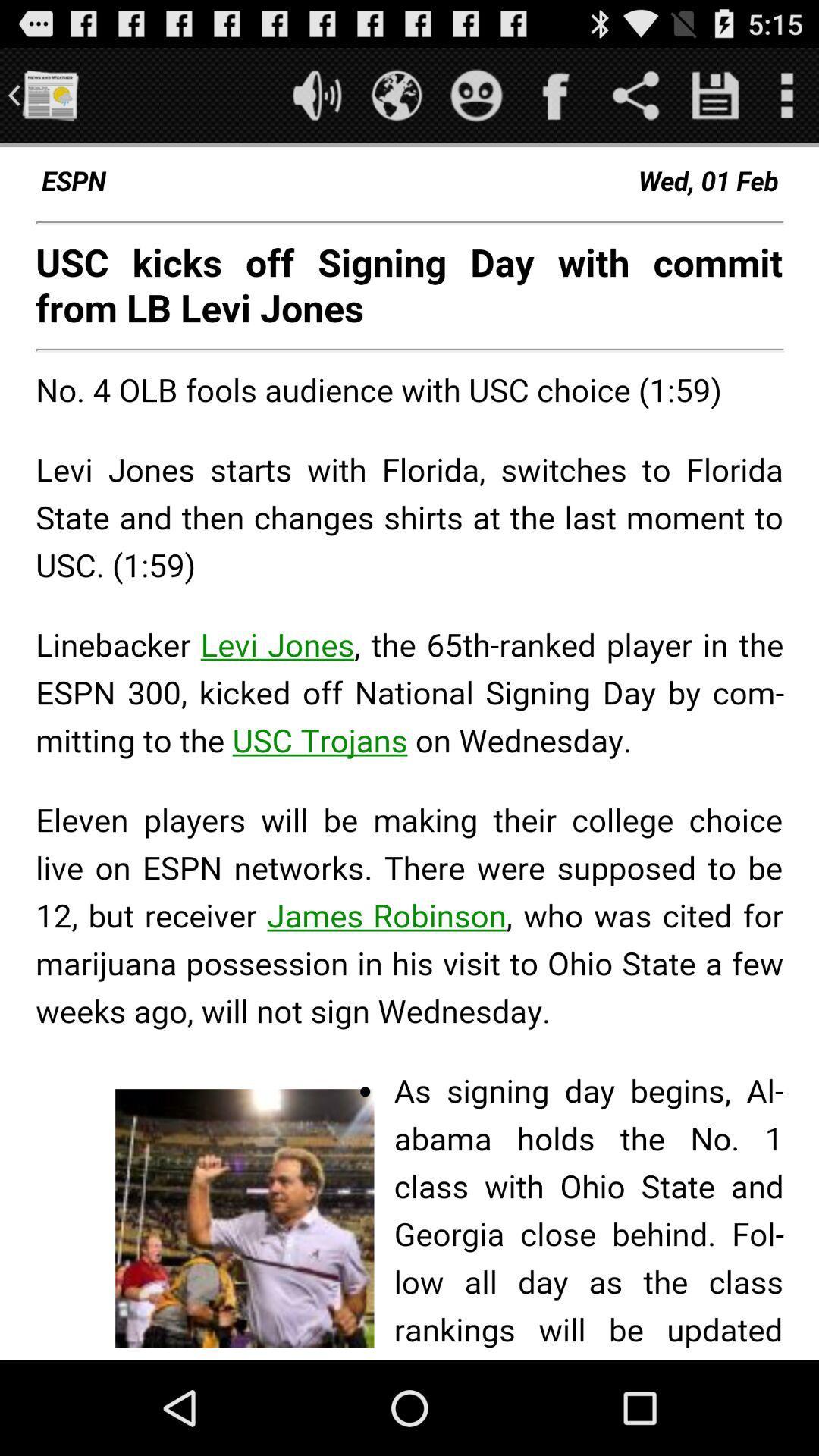 This screenshot has width=819, height=1456. What do you see at coordinates (316, 94) in the screenshot?
I see `sound option` at bounding box center [316, 94].